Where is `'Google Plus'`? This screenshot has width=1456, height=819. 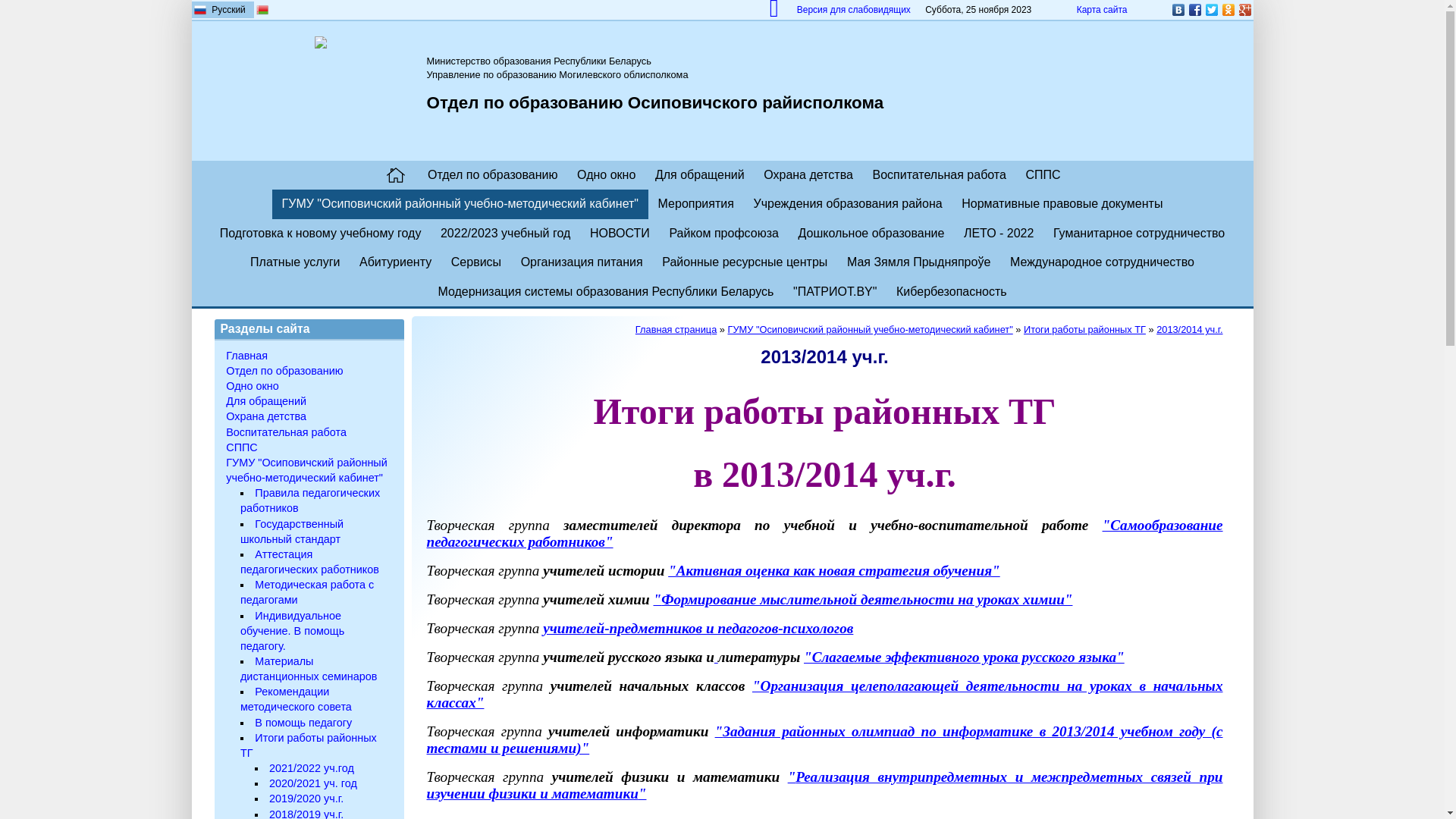 'Google Plus' is located at coordinates (1244, 9).